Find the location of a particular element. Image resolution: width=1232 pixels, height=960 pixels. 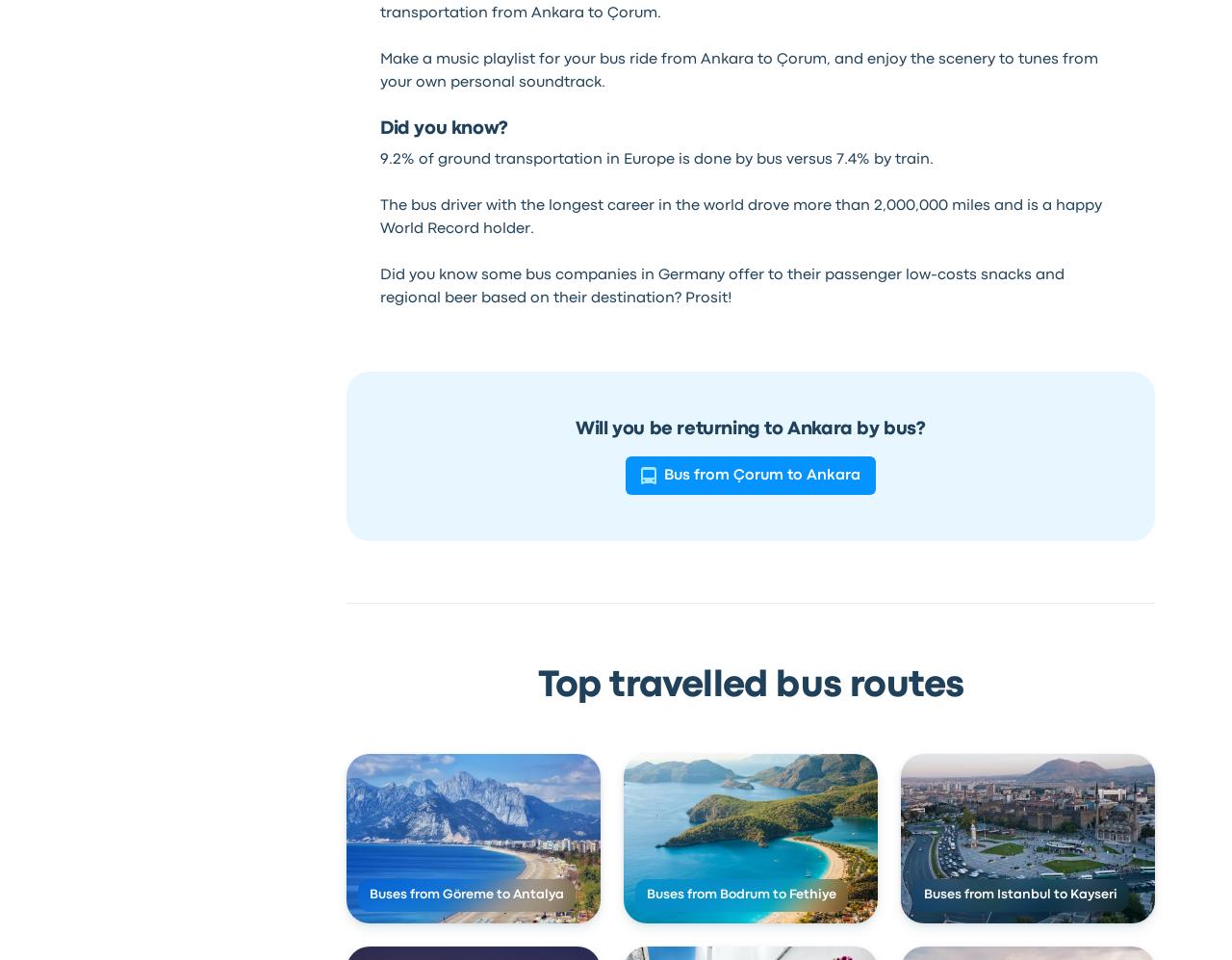

'Buses from Istanbul to Kayseri' is located at coordinates (921, 895).